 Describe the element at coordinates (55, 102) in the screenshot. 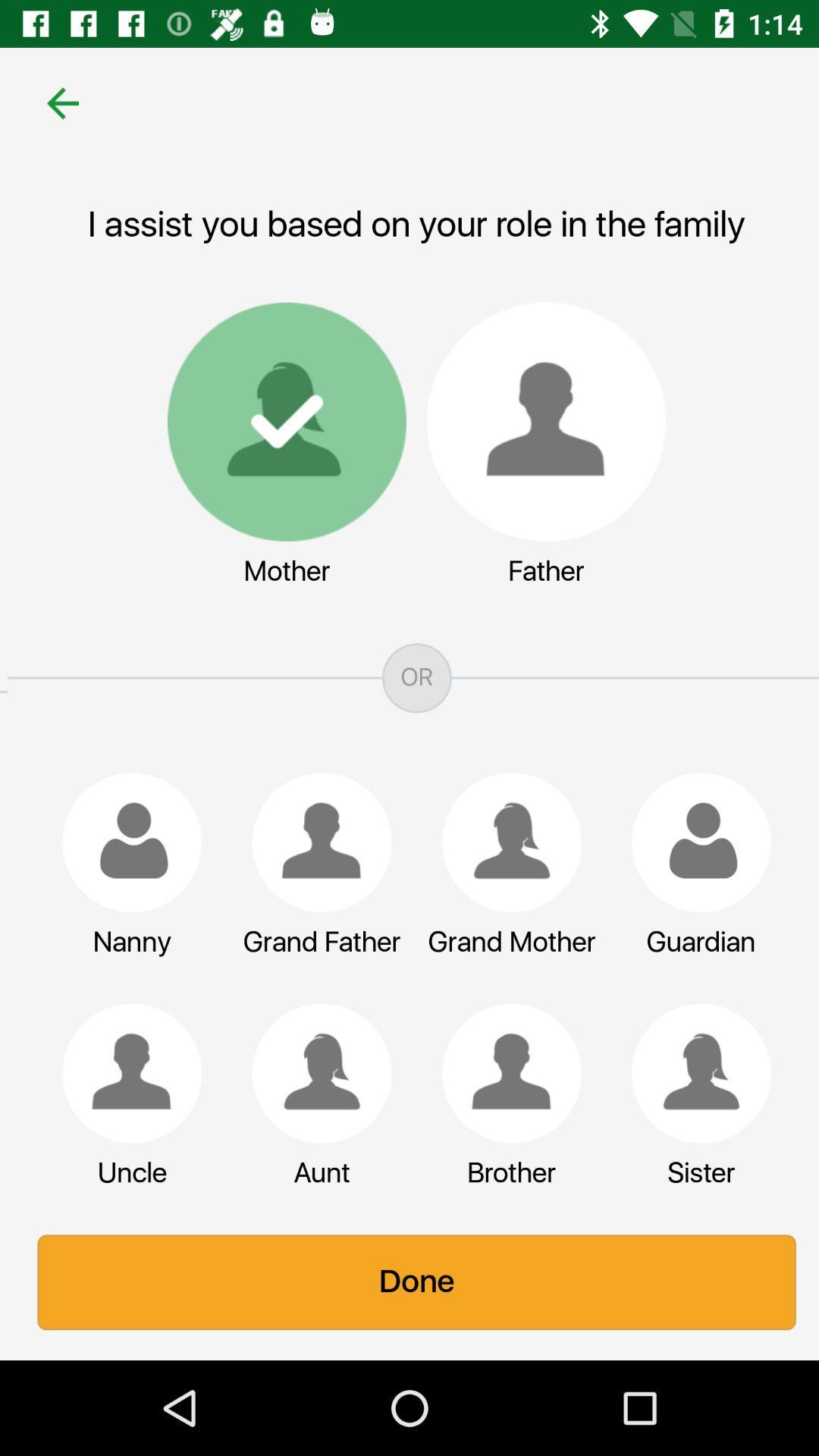

I see `icon at the top left corner` at that location.